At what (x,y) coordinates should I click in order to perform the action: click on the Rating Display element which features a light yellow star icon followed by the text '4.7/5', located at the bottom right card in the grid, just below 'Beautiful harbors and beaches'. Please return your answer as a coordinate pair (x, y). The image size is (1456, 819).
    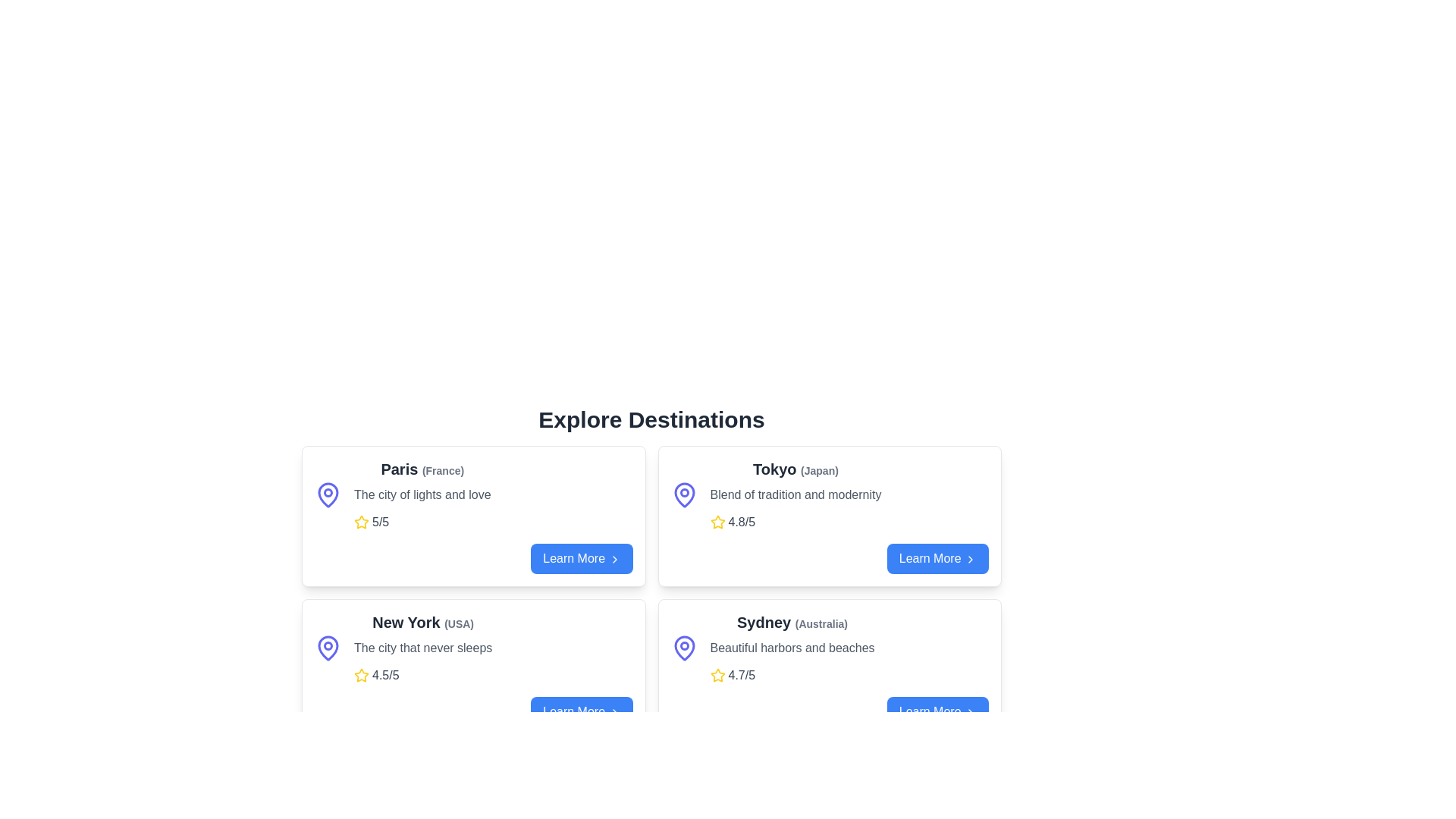
    Looking at the image, I should click on (792, 675).